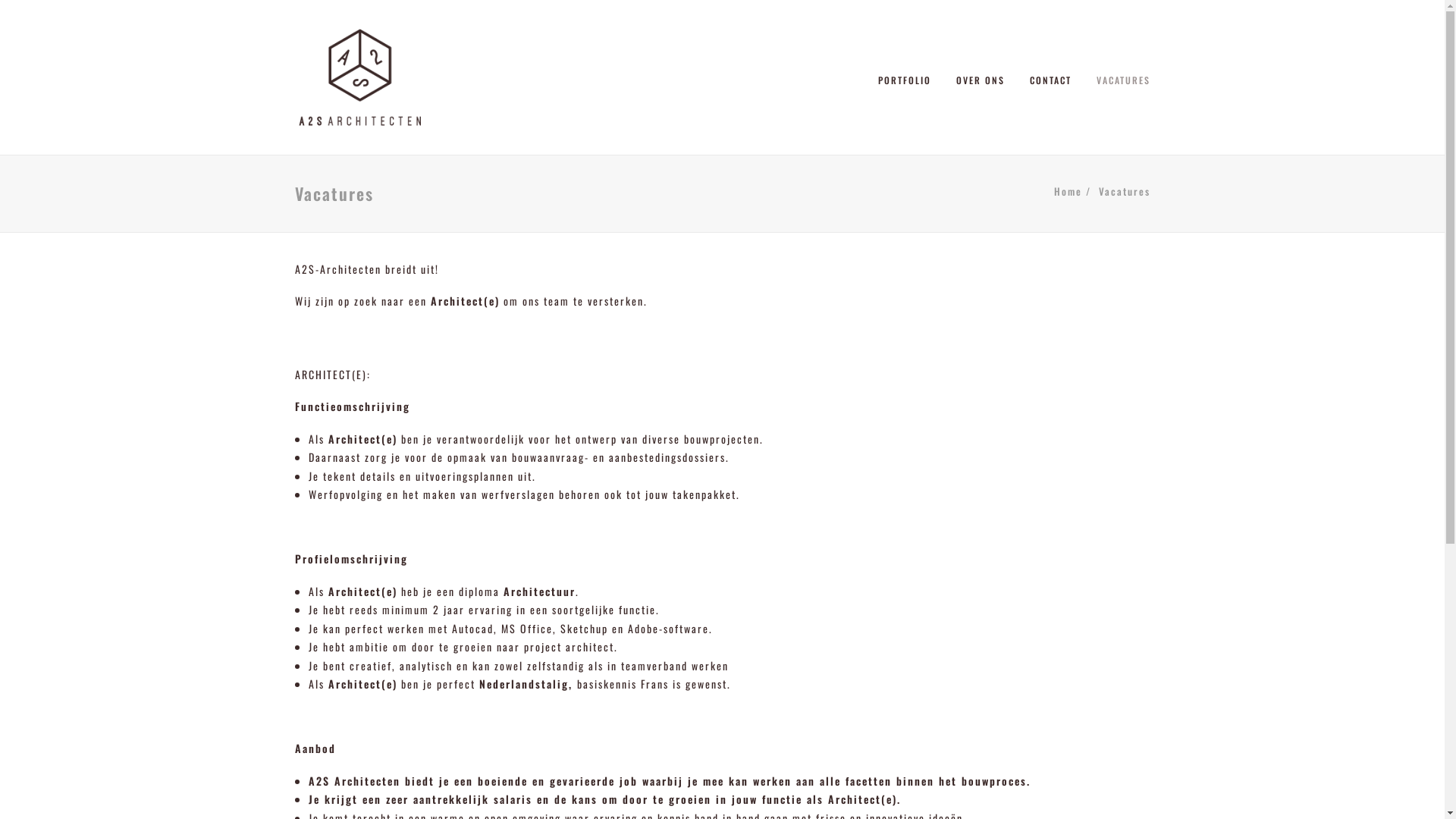  I want to click on 'VACATURES', so click(1118, 77).